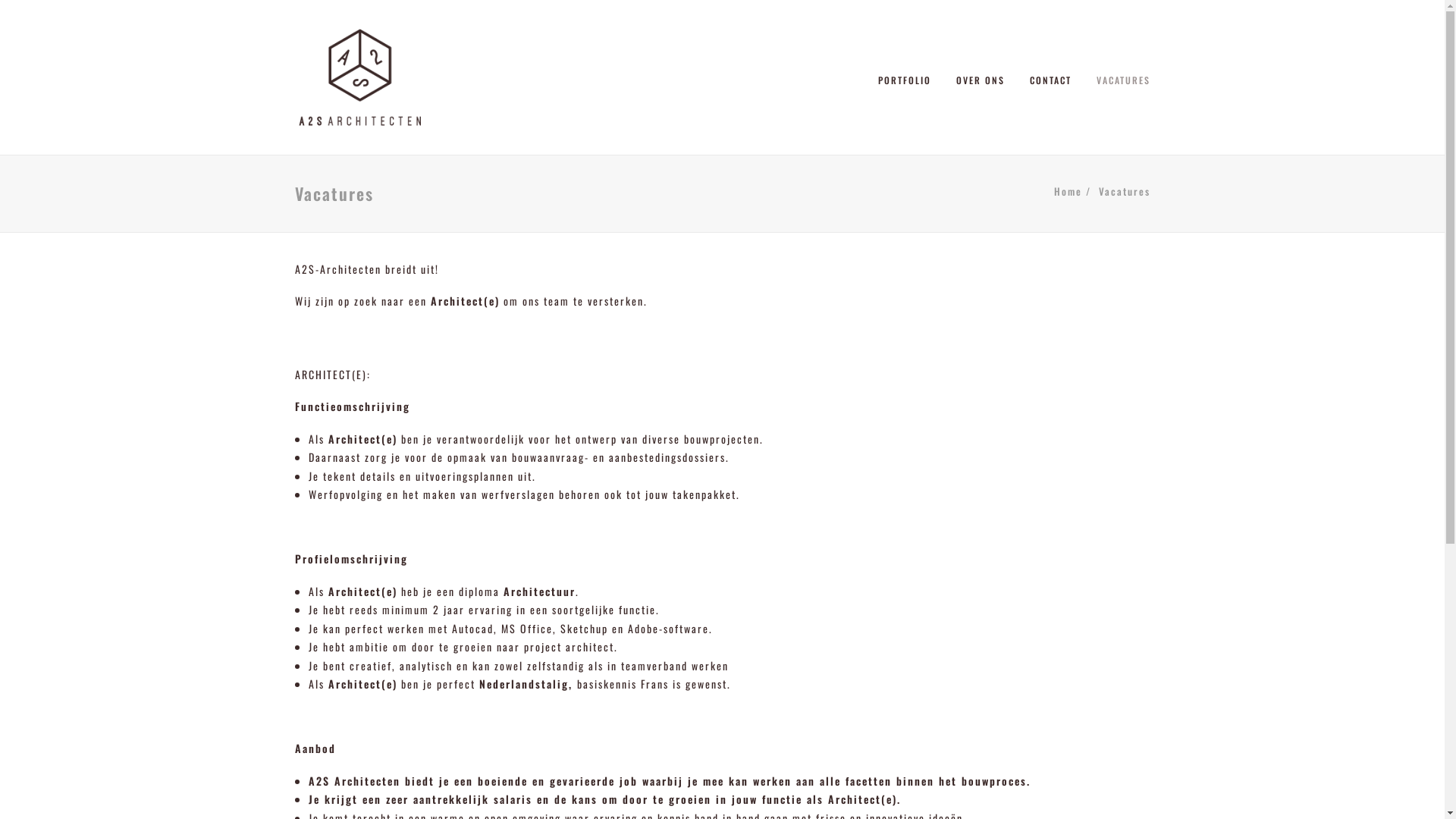  I want to click on 'VACATURES', so click(1118, 77).